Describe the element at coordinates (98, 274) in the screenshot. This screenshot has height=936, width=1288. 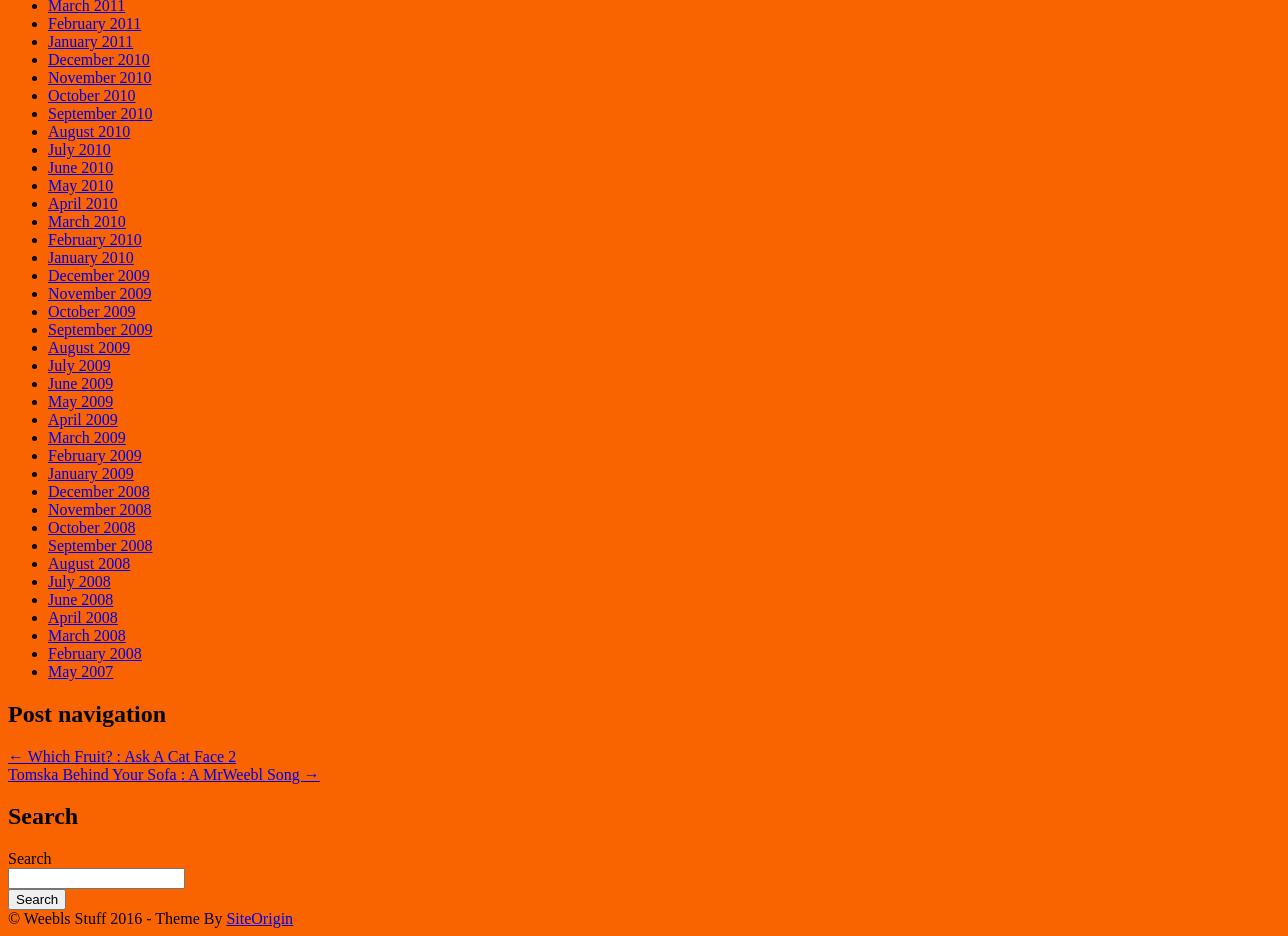
I see `'December 2009'` at that location.